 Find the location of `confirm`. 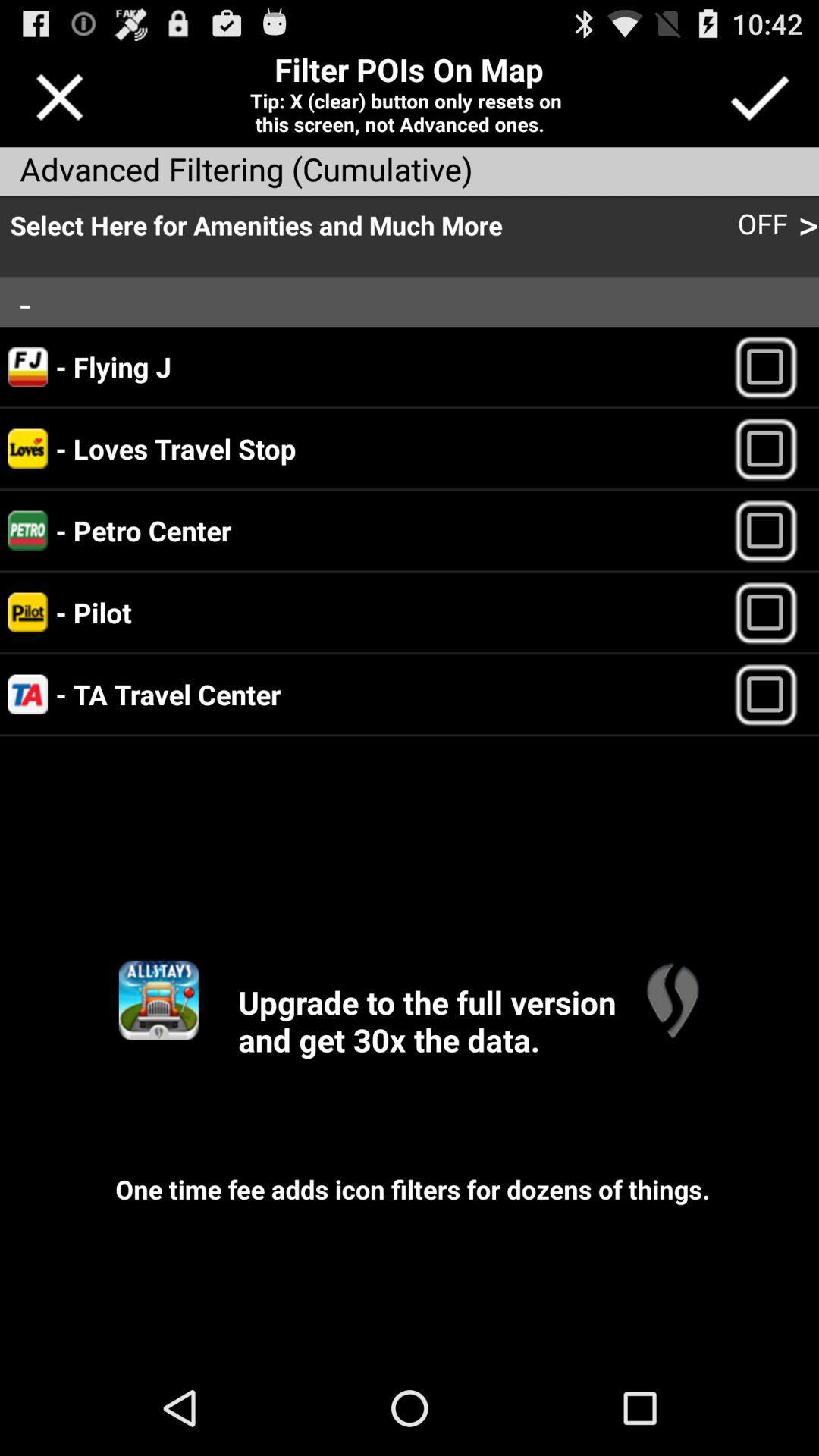

confirm is located at coordinates (759, 96).